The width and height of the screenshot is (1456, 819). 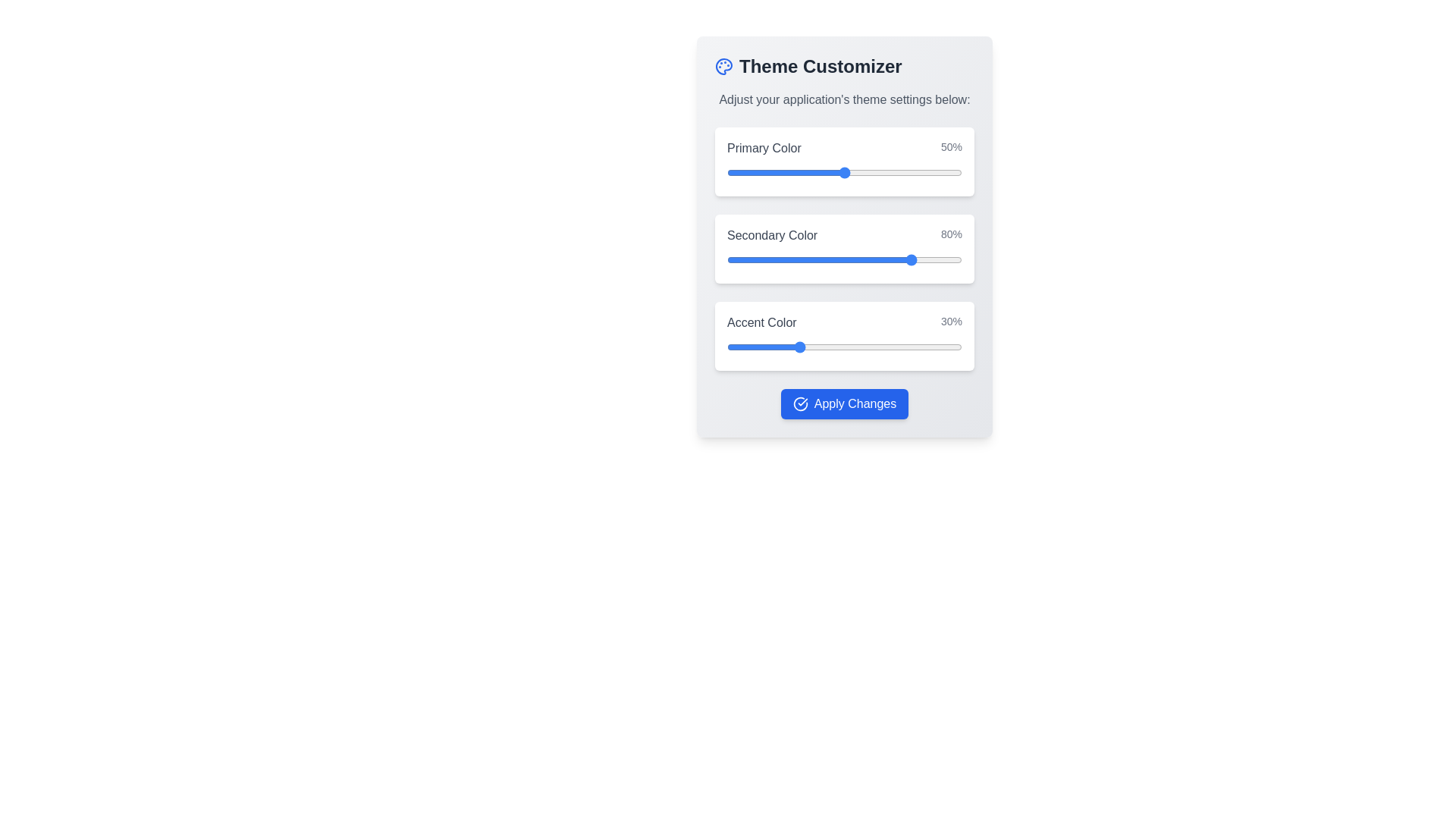 What do you see at coordinates (764, 149) in the screenshot?
I see `the text label displaying 'Primary Color', which is styled in gray font and located at the top of the theme customization panel` at bounding box center [764, 149].